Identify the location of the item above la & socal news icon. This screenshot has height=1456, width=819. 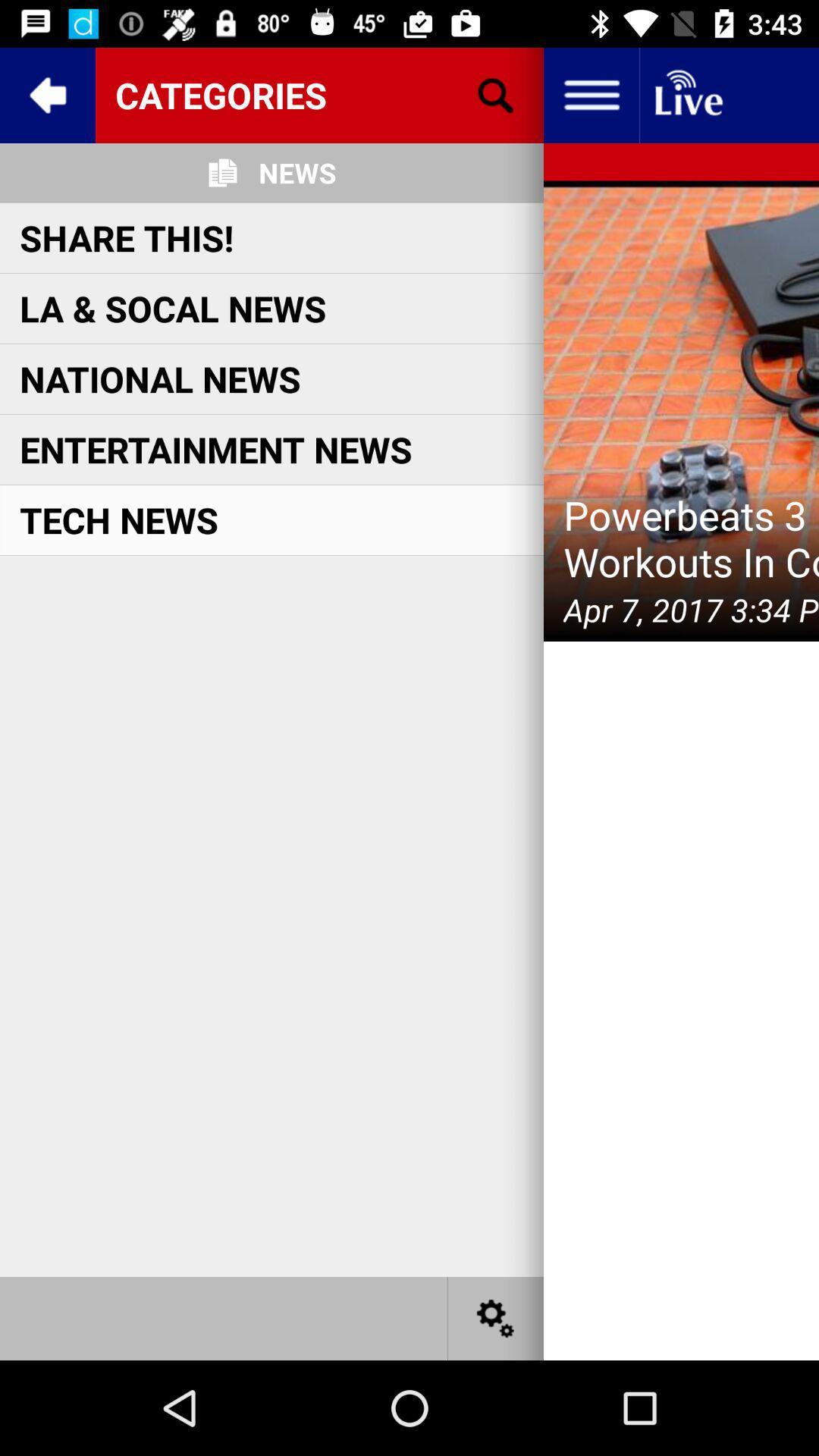
(126, 237).